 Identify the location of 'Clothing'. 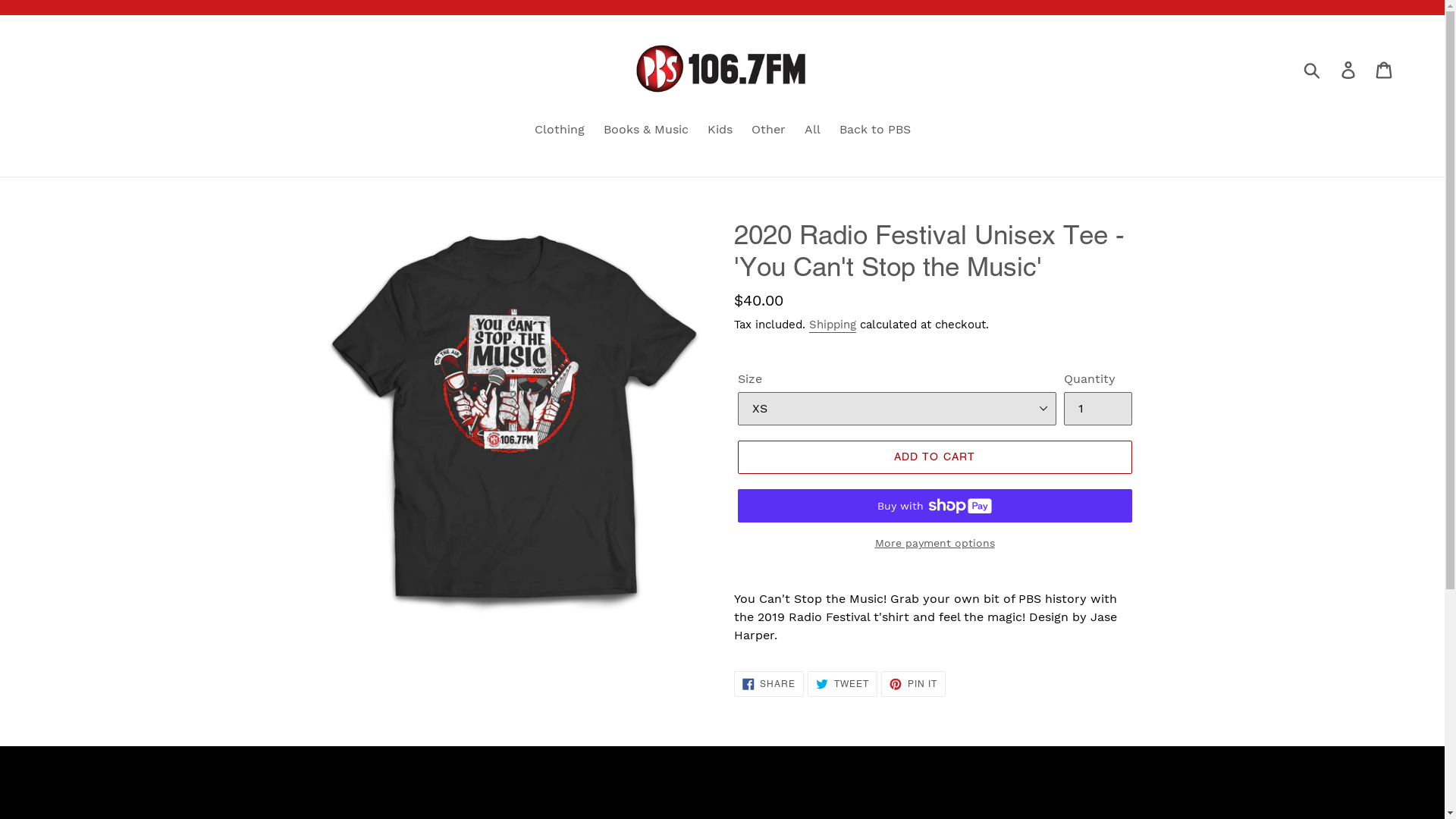
(558, 130).